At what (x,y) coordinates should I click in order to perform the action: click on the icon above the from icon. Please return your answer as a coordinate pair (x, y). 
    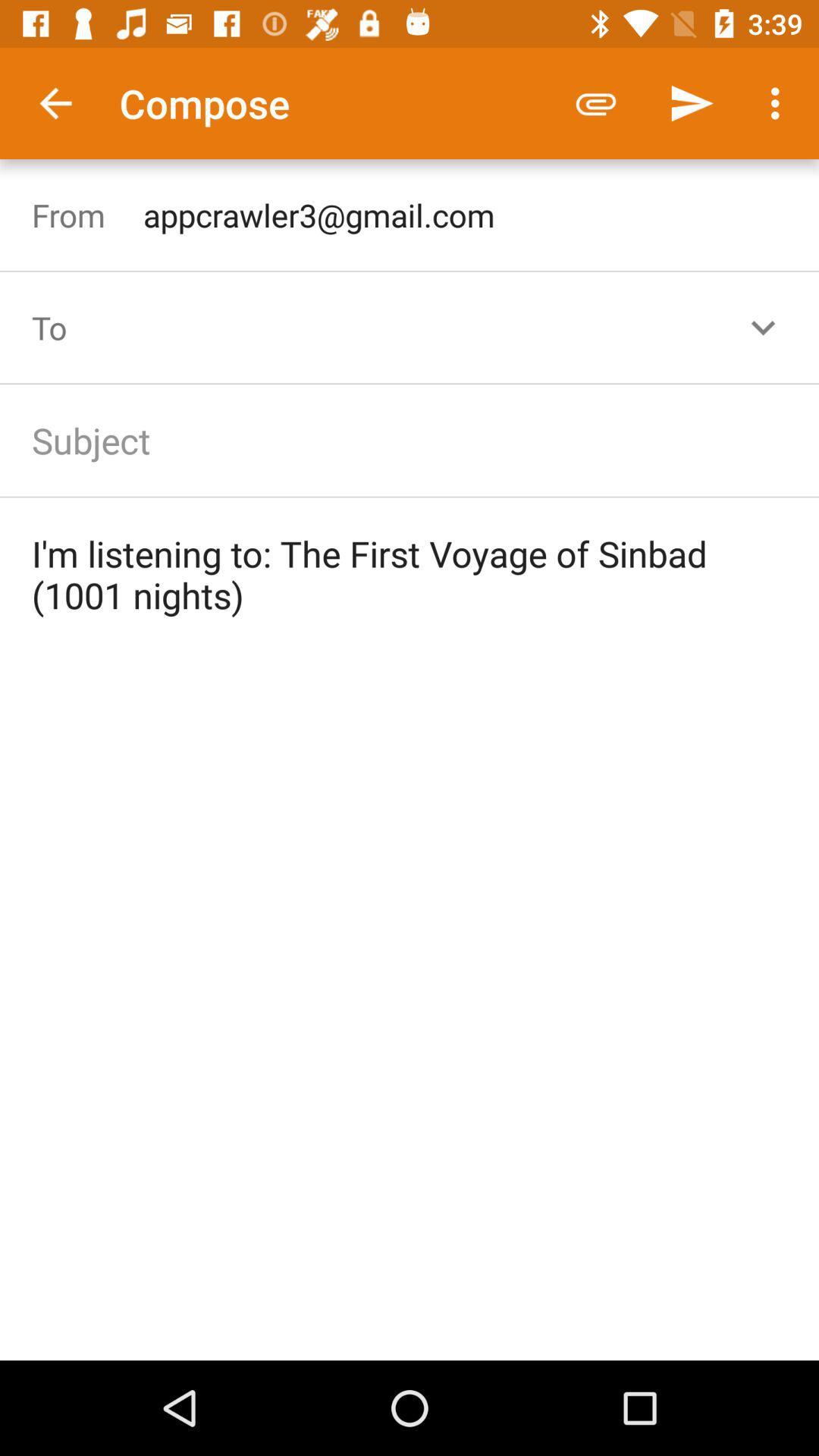
    Looking at the image, I should click on (55, 102).